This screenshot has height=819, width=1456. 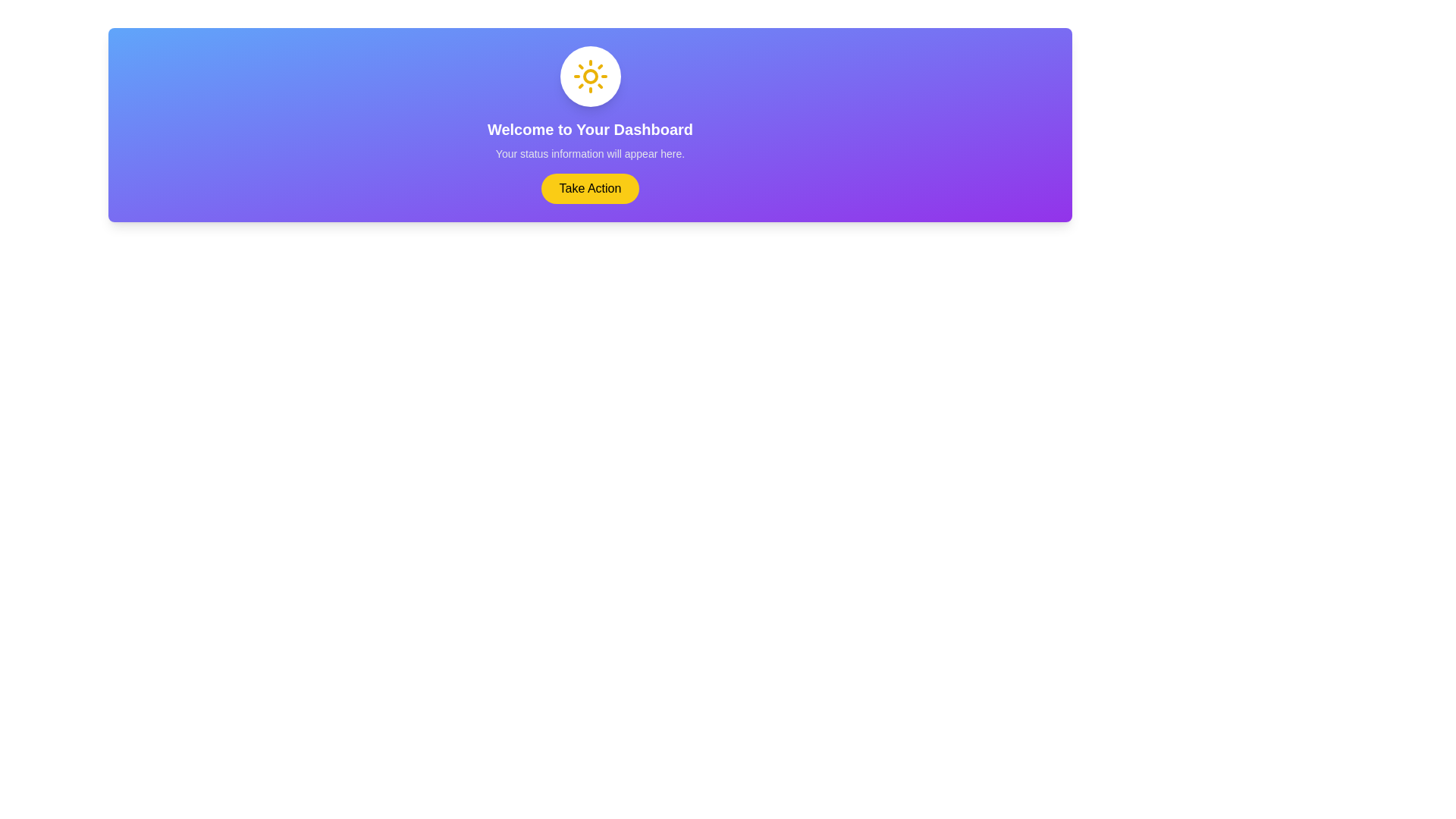 I want to click on the informational text block located below the sun icon, so click(x=589, y=140).